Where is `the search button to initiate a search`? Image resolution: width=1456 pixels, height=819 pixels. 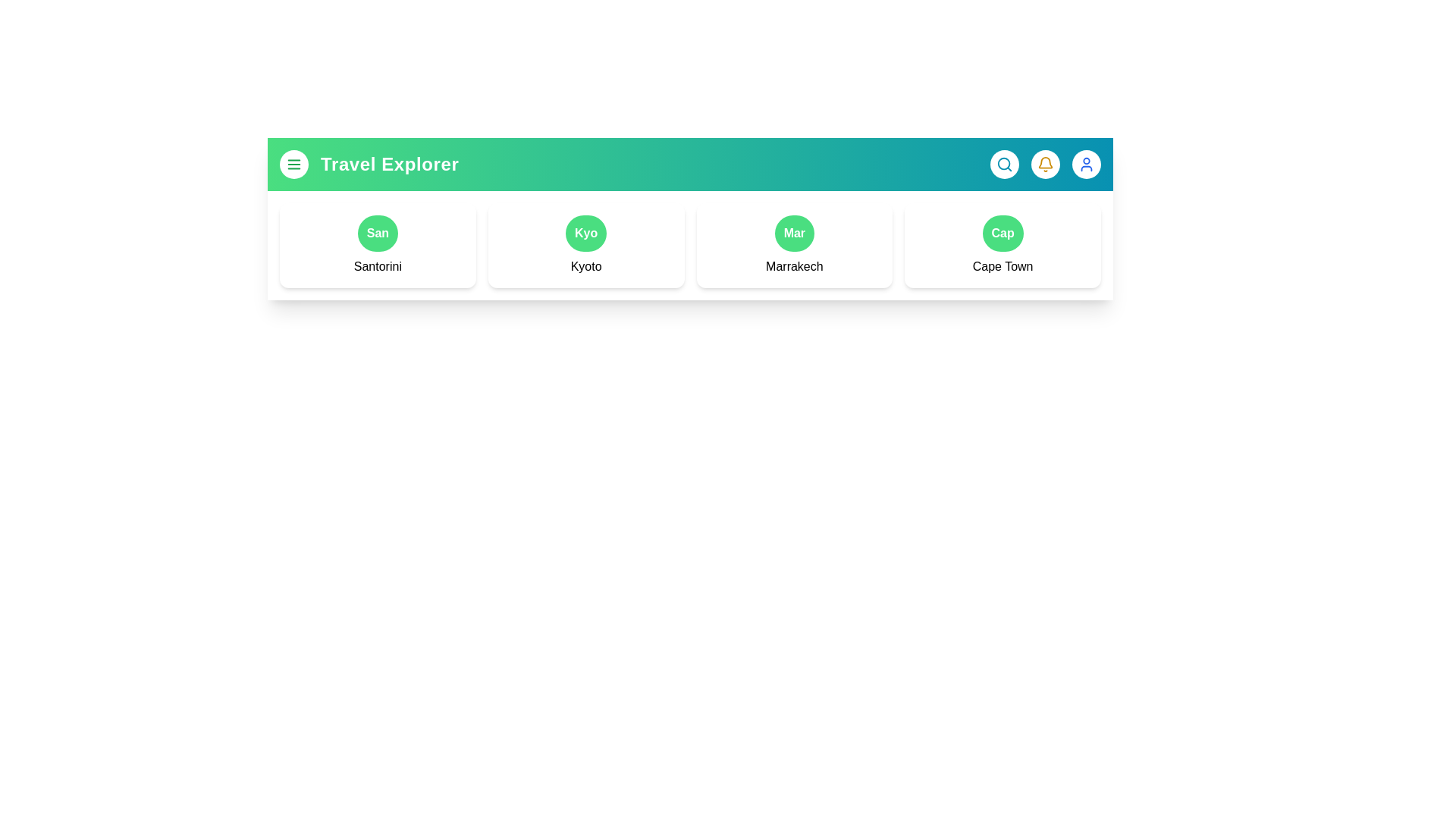
the search button to initiate a search is located at coordinates (1004, 164).